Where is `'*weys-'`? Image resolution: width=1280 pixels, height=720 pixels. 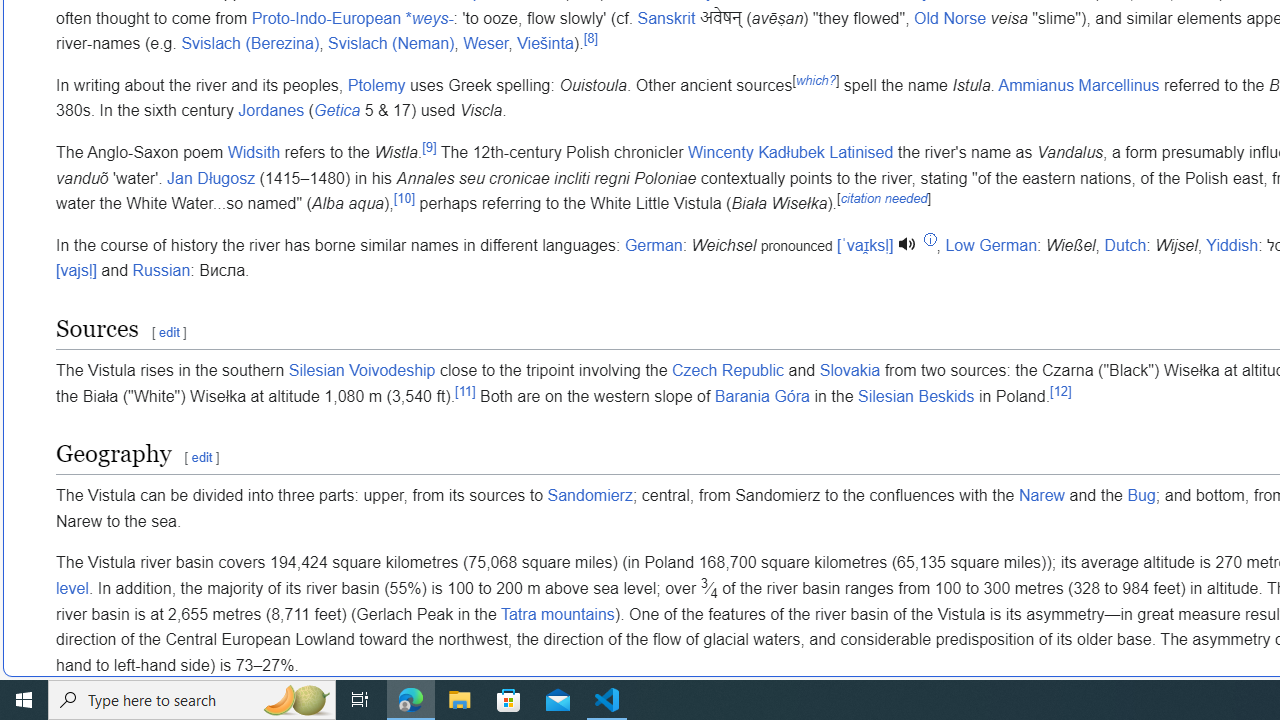
'*weys-' is located at coordinates (428, 18).